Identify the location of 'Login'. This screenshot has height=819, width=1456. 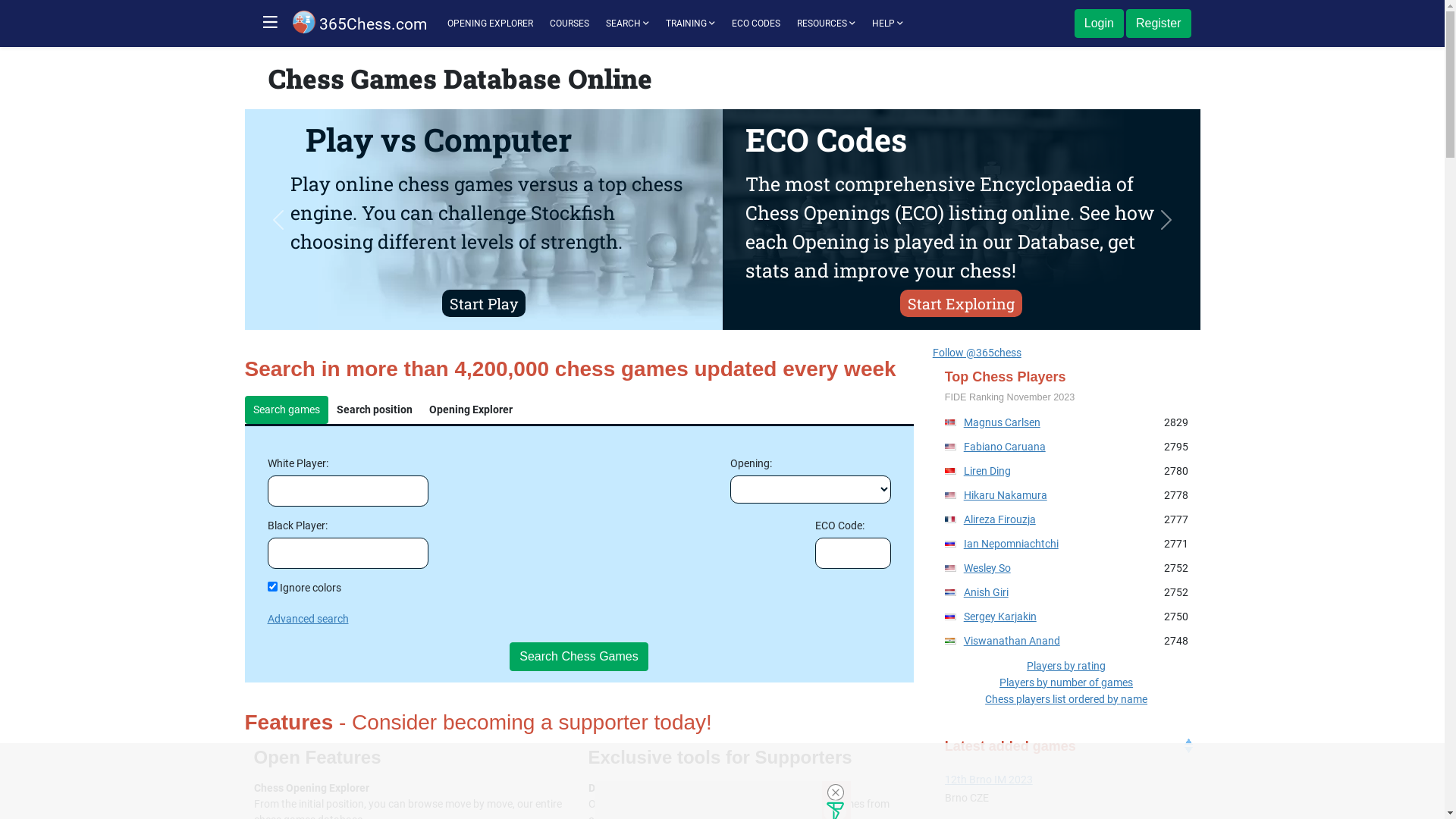
(1099, 23).